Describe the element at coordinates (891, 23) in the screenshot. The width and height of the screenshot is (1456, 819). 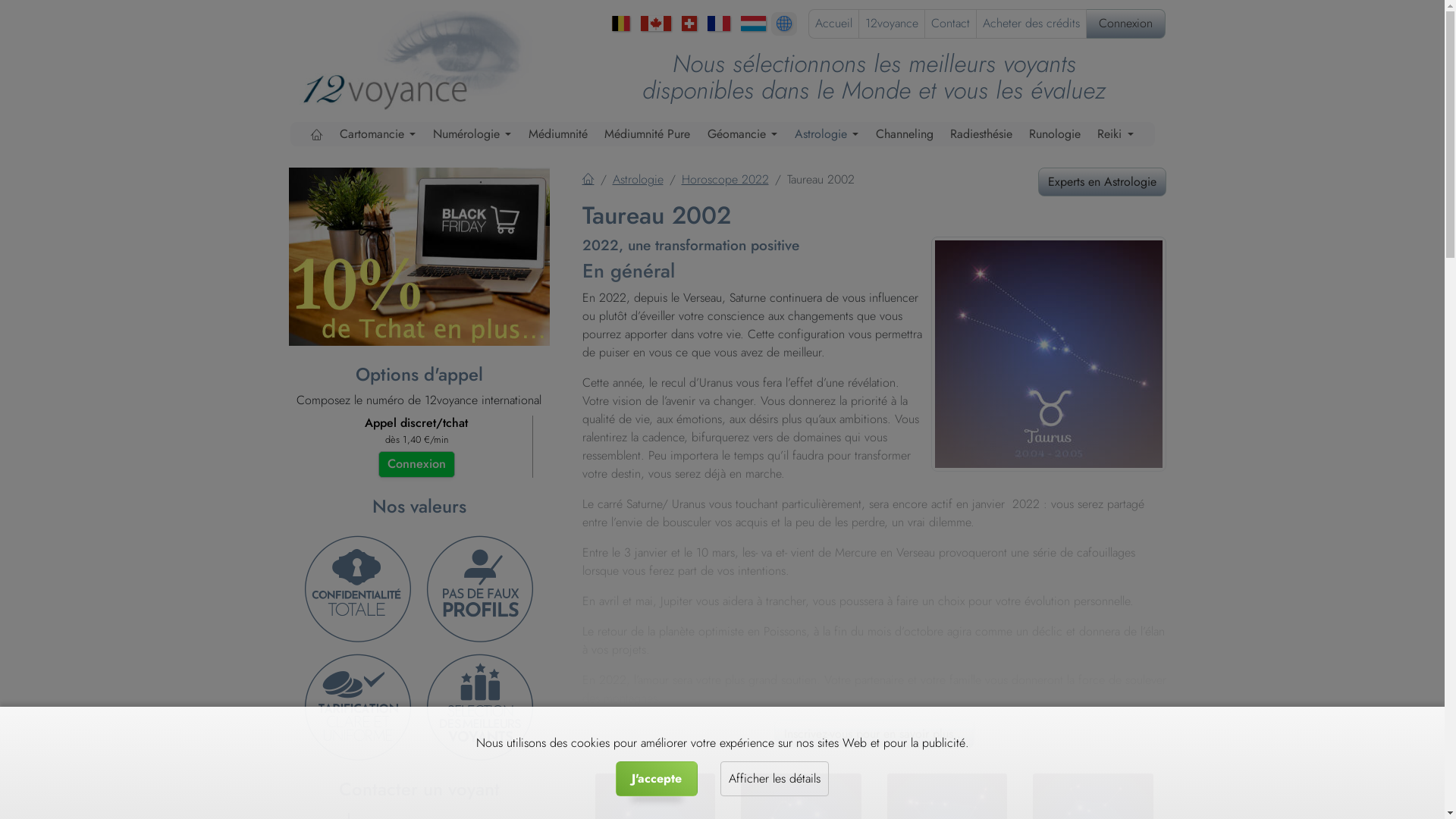
I see `'12voyance'` at that location.